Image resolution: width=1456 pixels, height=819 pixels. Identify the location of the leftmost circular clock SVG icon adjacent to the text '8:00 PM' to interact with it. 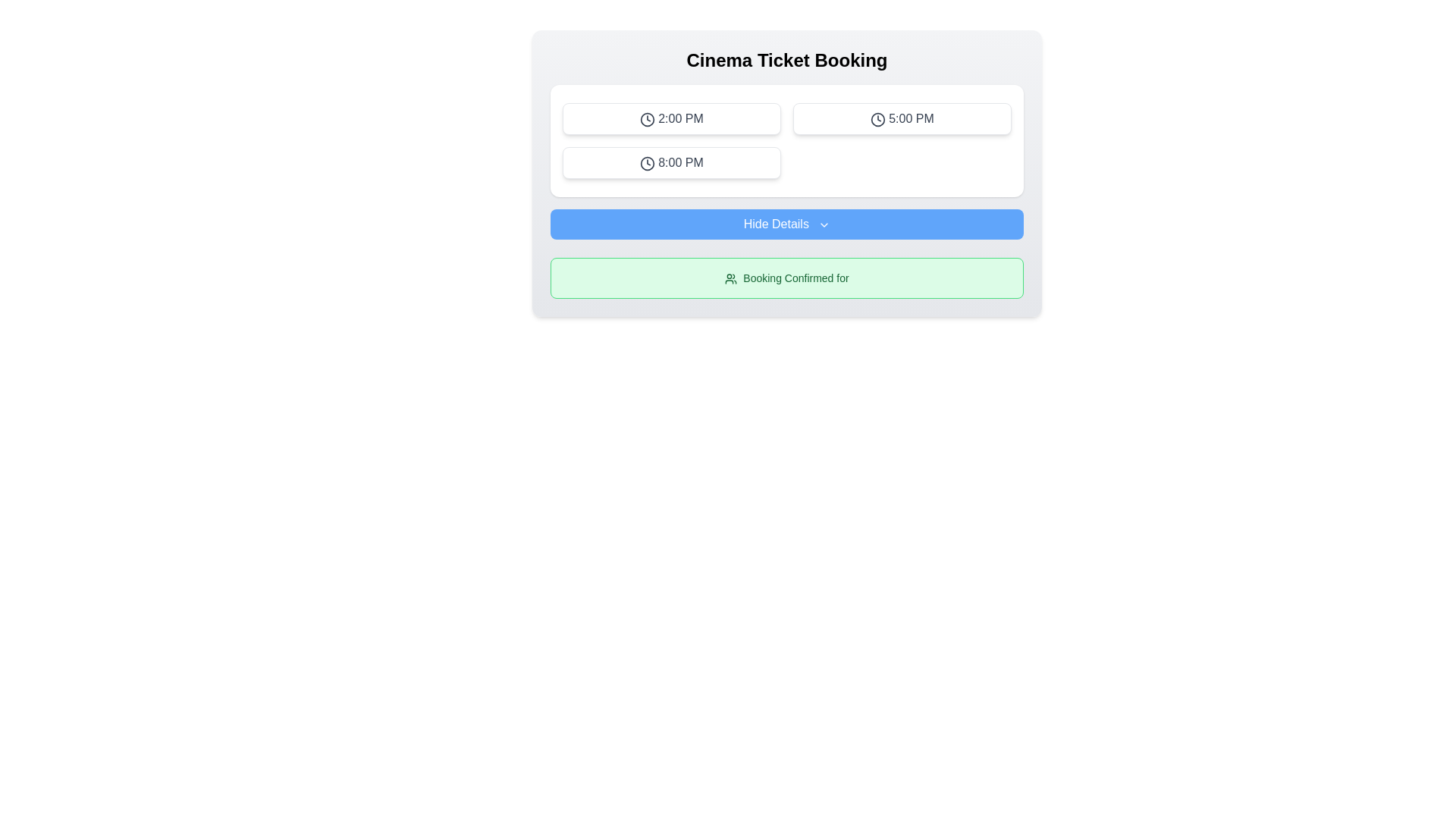
(648, 163).